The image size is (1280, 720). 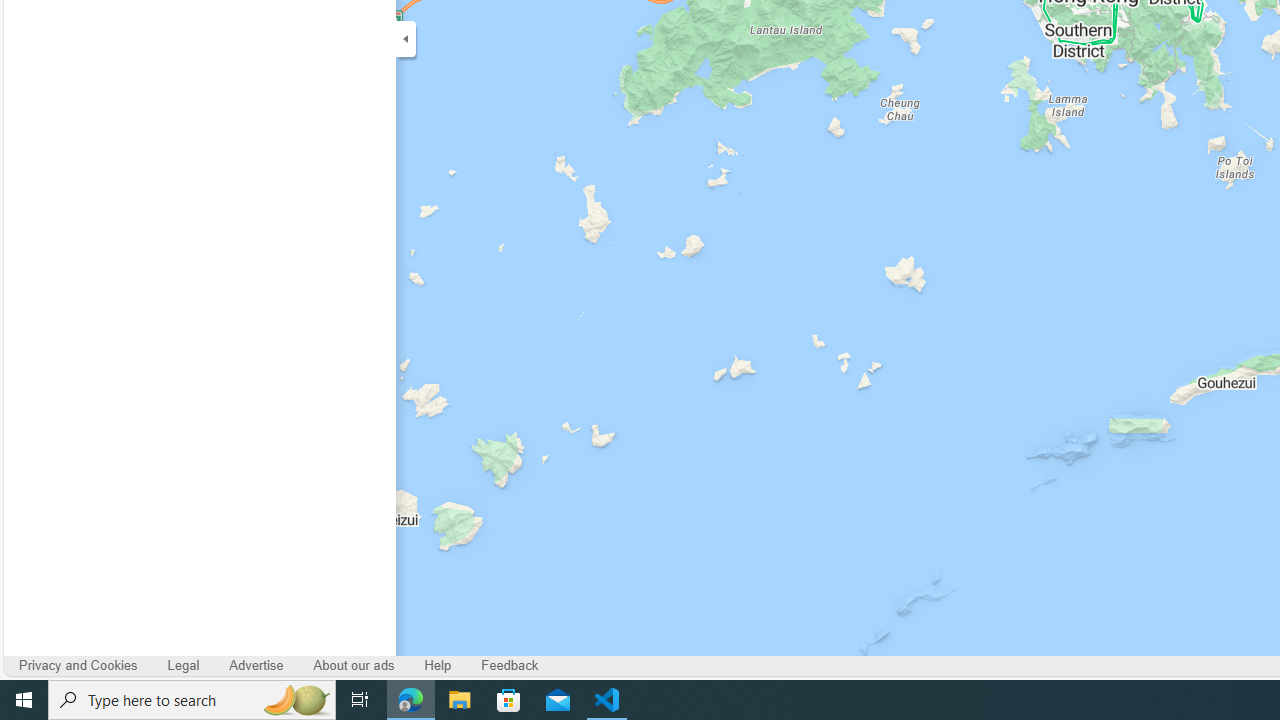 What do you see at coordinates (436, 665) in the screenshot?
I see `'Help'` at bounding box center [436, 665].